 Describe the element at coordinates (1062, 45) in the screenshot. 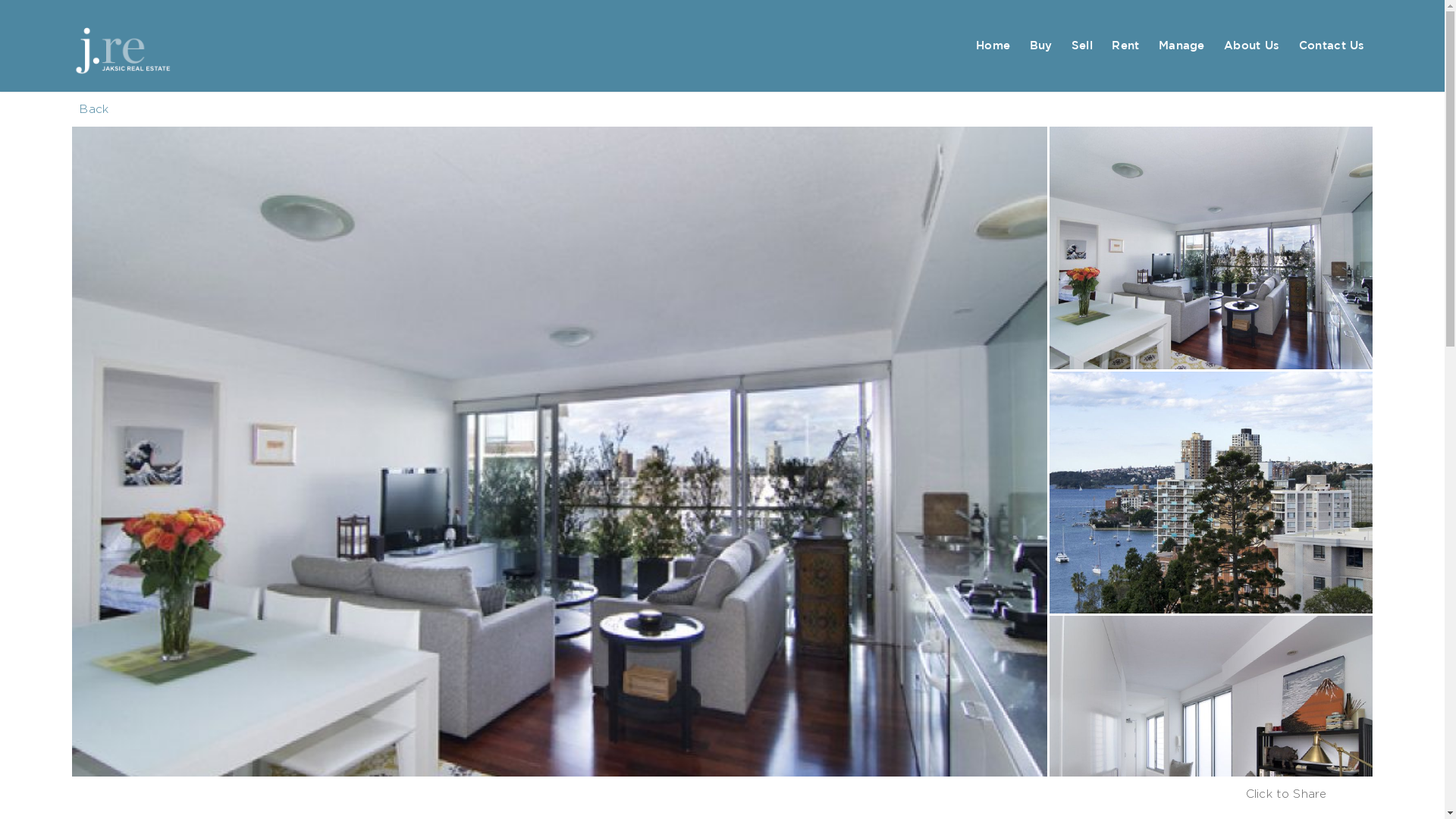

I see `'Sell'` at that location.